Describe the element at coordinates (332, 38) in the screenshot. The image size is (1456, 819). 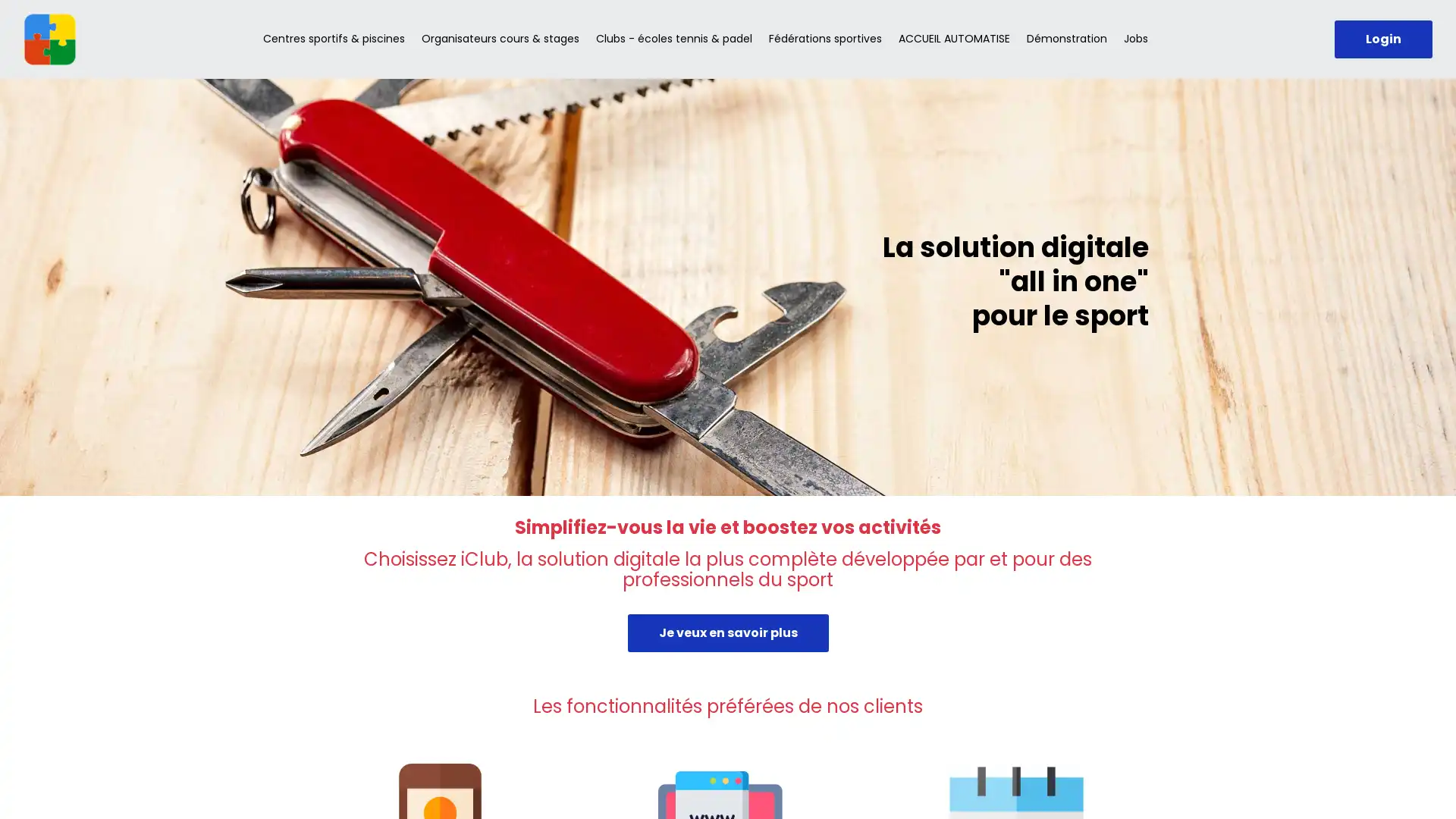
I see `Centres sportifs & piscines` at that location.